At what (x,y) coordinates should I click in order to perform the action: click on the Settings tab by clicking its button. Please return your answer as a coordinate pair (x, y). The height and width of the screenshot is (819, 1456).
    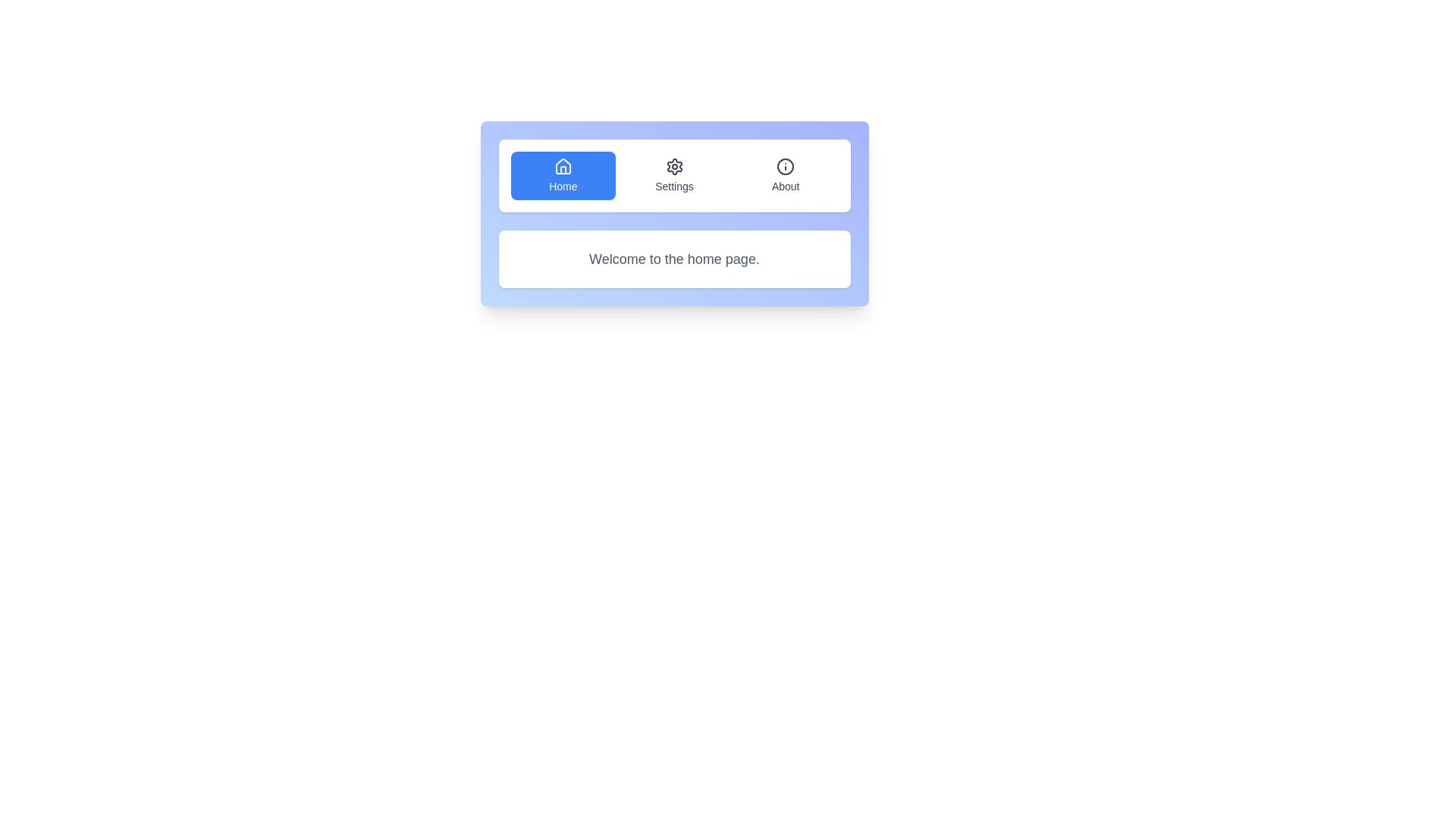
    Looking at the image, I should click on (673, 174).